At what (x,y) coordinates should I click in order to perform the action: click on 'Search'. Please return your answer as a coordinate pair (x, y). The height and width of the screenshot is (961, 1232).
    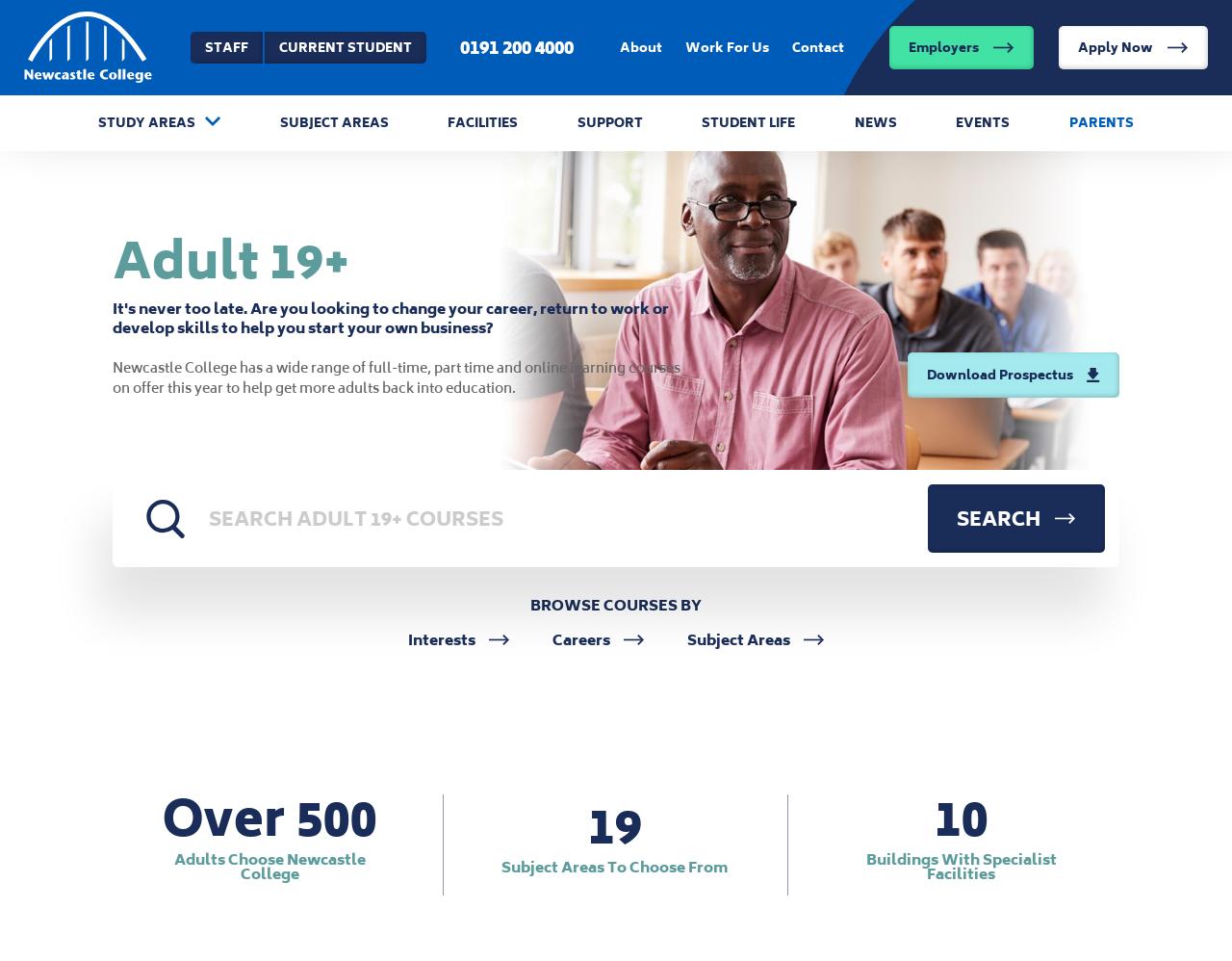
    Looking at the image, I should click on (957, 517).